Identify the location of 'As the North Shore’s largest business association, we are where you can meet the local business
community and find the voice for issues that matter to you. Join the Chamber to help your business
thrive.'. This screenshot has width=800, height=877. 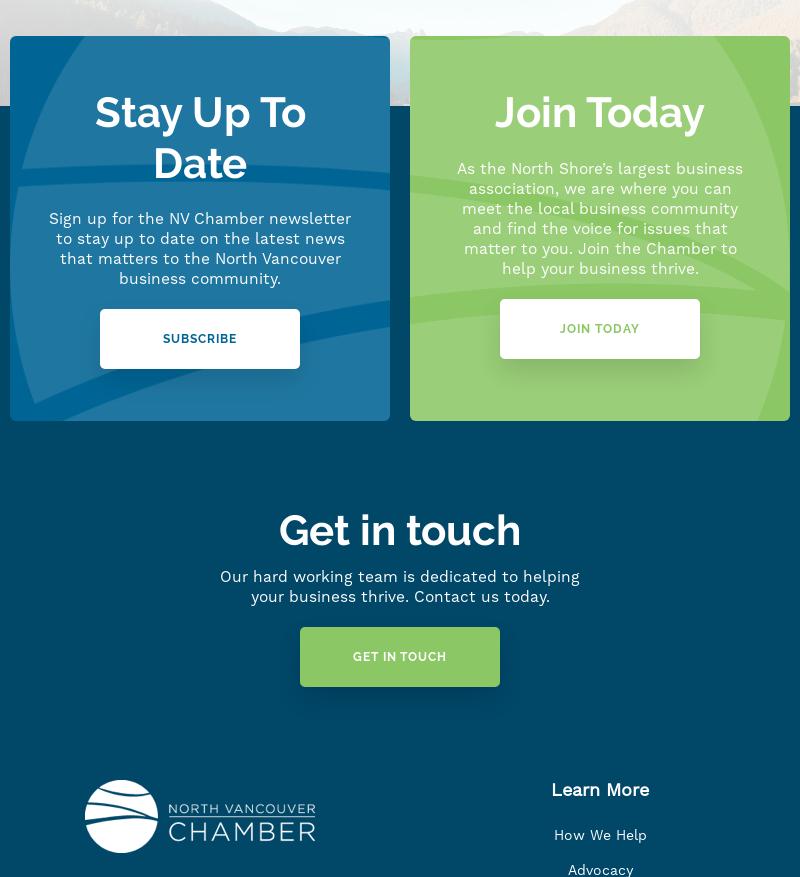
(600, 217).